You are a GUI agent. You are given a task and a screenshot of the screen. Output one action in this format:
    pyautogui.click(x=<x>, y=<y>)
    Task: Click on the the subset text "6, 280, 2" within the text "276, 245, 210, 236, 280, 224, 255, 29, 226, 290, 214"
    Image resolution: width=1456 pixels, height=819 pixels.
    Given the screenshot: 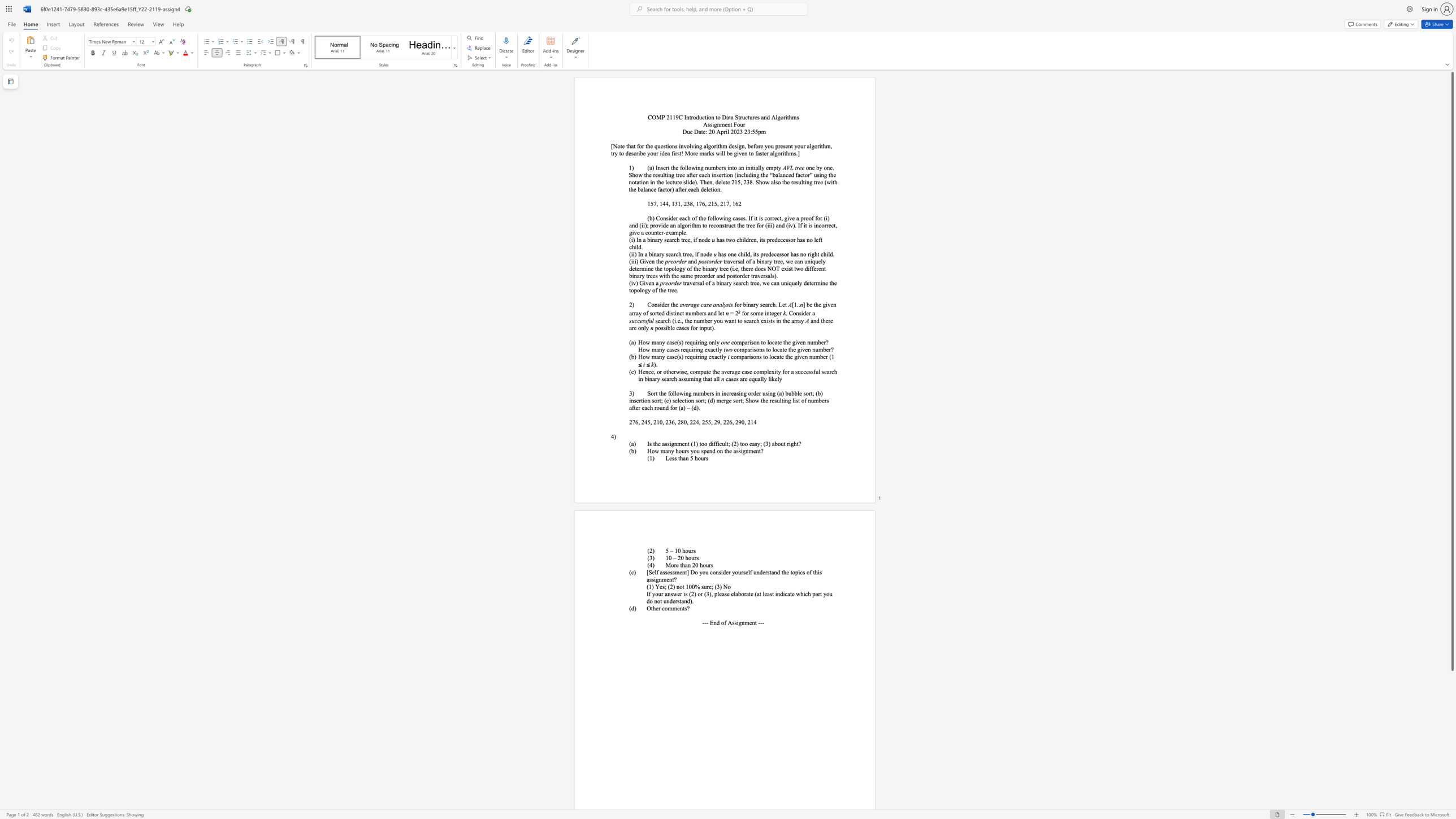 What is the action you would take?
    pyautogui.click(x=671, y=422)
    